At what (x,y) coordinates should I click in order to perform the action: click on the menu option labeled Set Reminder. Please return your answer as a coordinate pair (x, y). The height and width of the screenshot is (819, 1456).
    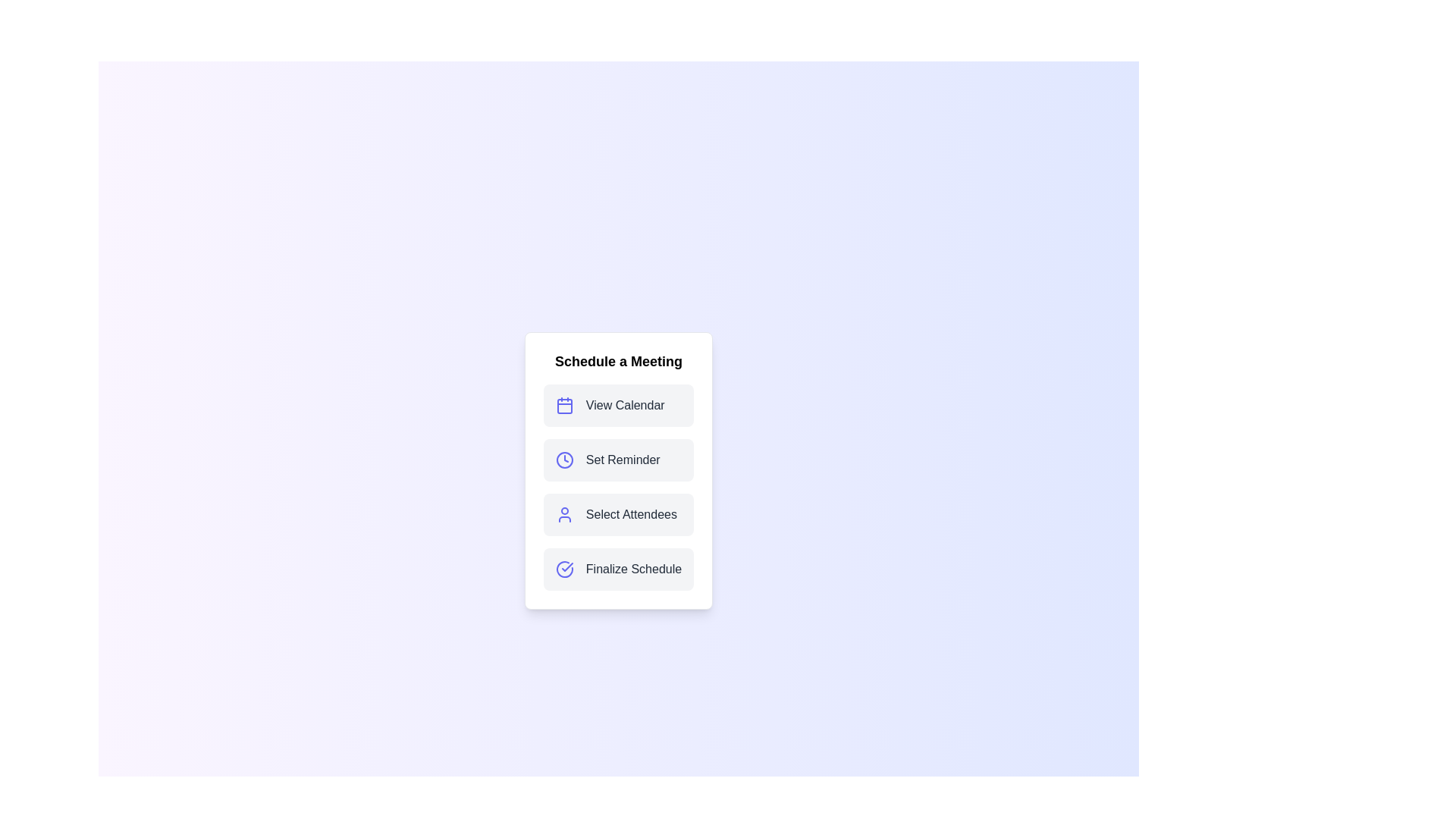
    Looking at the image, I should click on (619, 459).